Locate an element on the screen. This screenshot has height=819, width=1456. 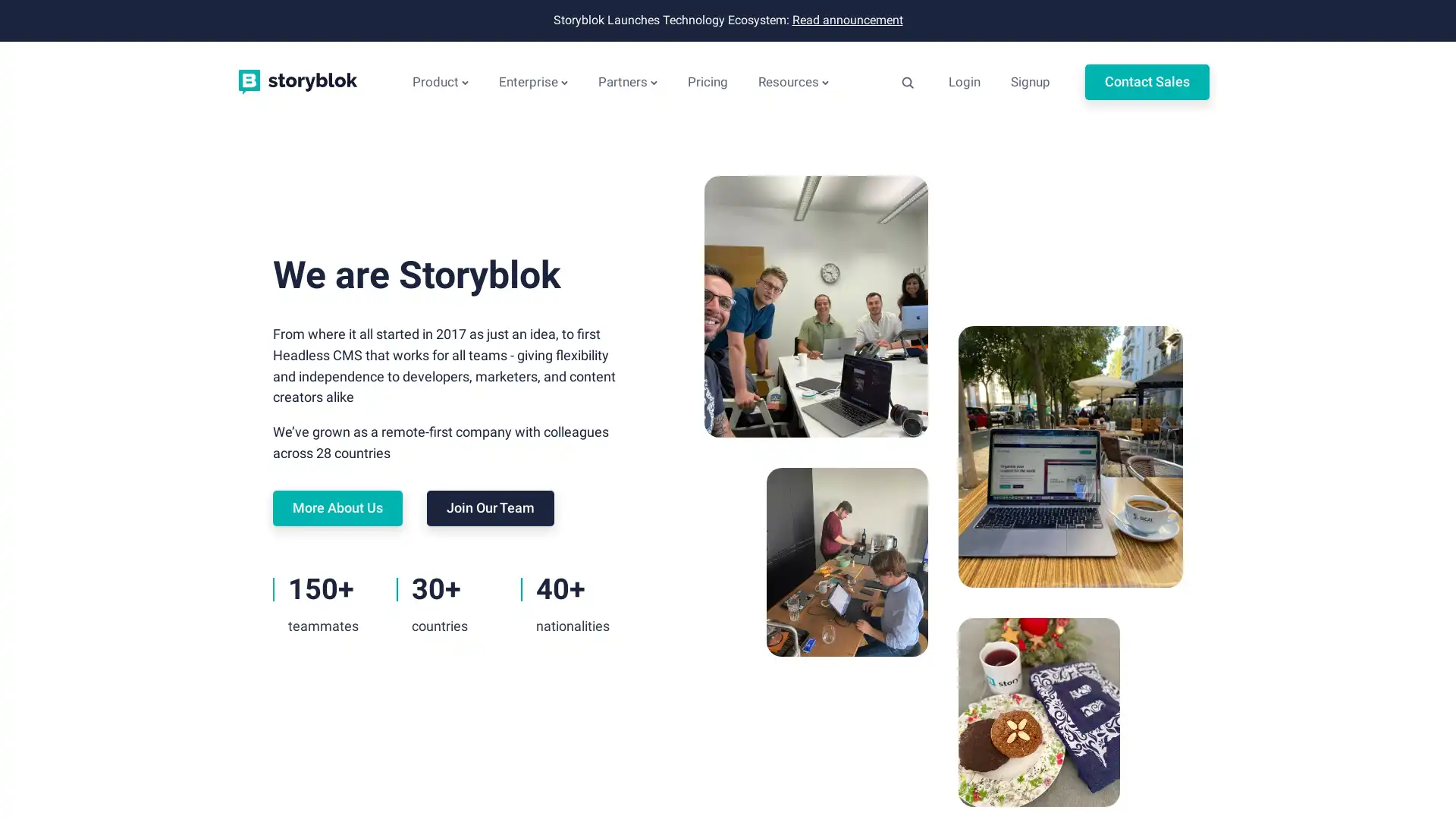
Product is located at coordinates (439, 82).